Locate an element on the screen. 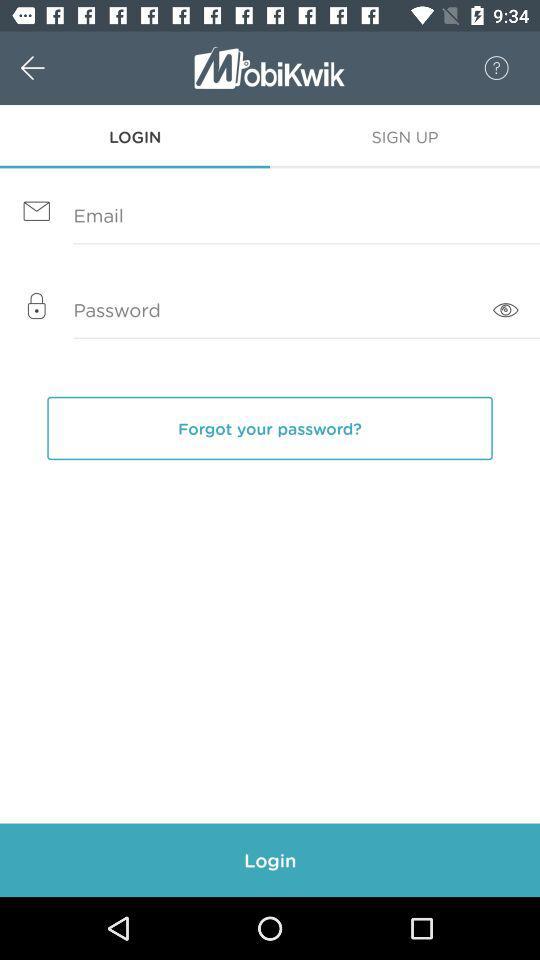 The height and width of the screenshot is (960, 540). email is located at coordinates (270, 216).